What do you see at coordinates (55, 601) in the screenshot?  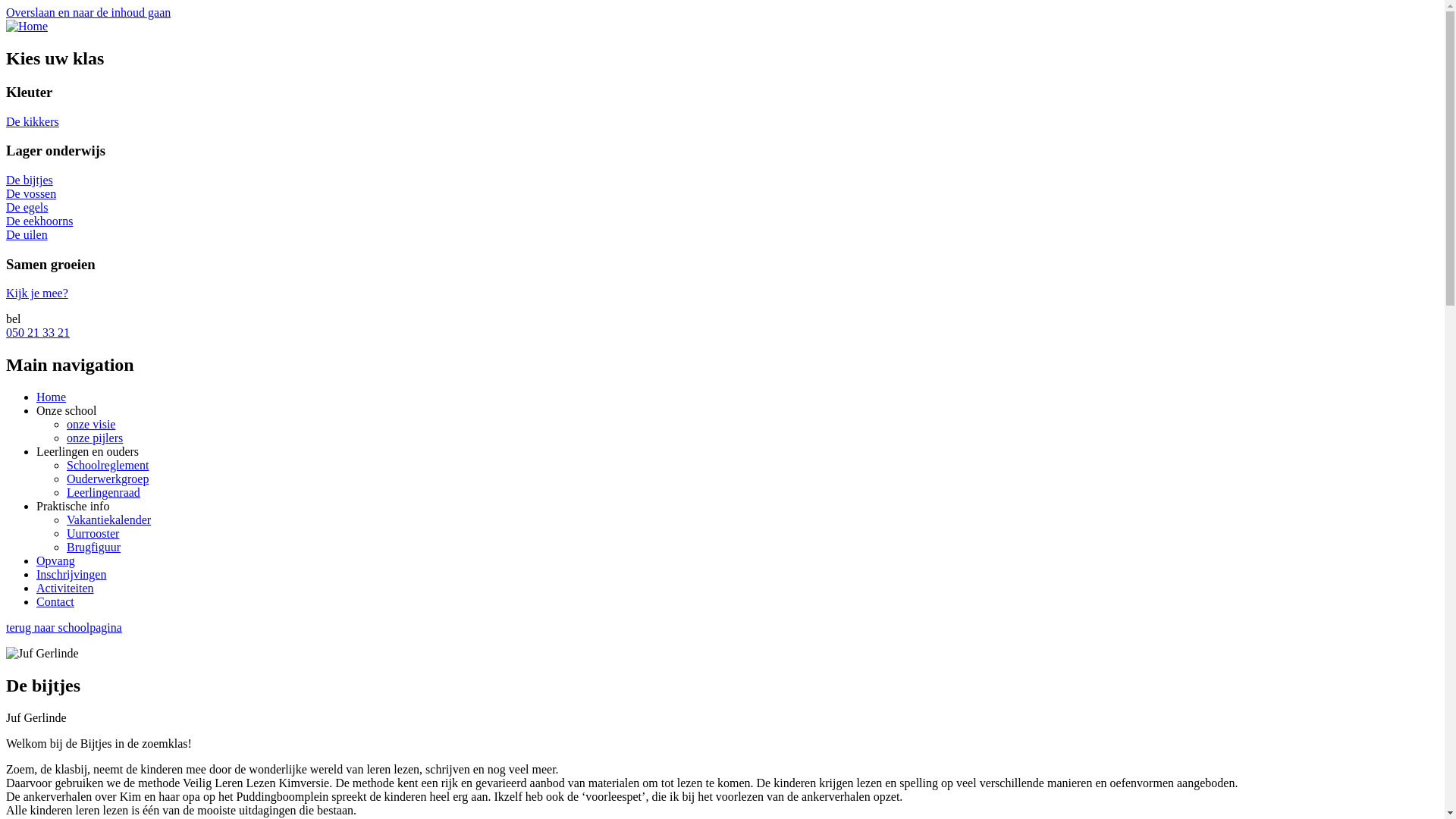 I see `'Contact'` at bounding box center [55, 601].